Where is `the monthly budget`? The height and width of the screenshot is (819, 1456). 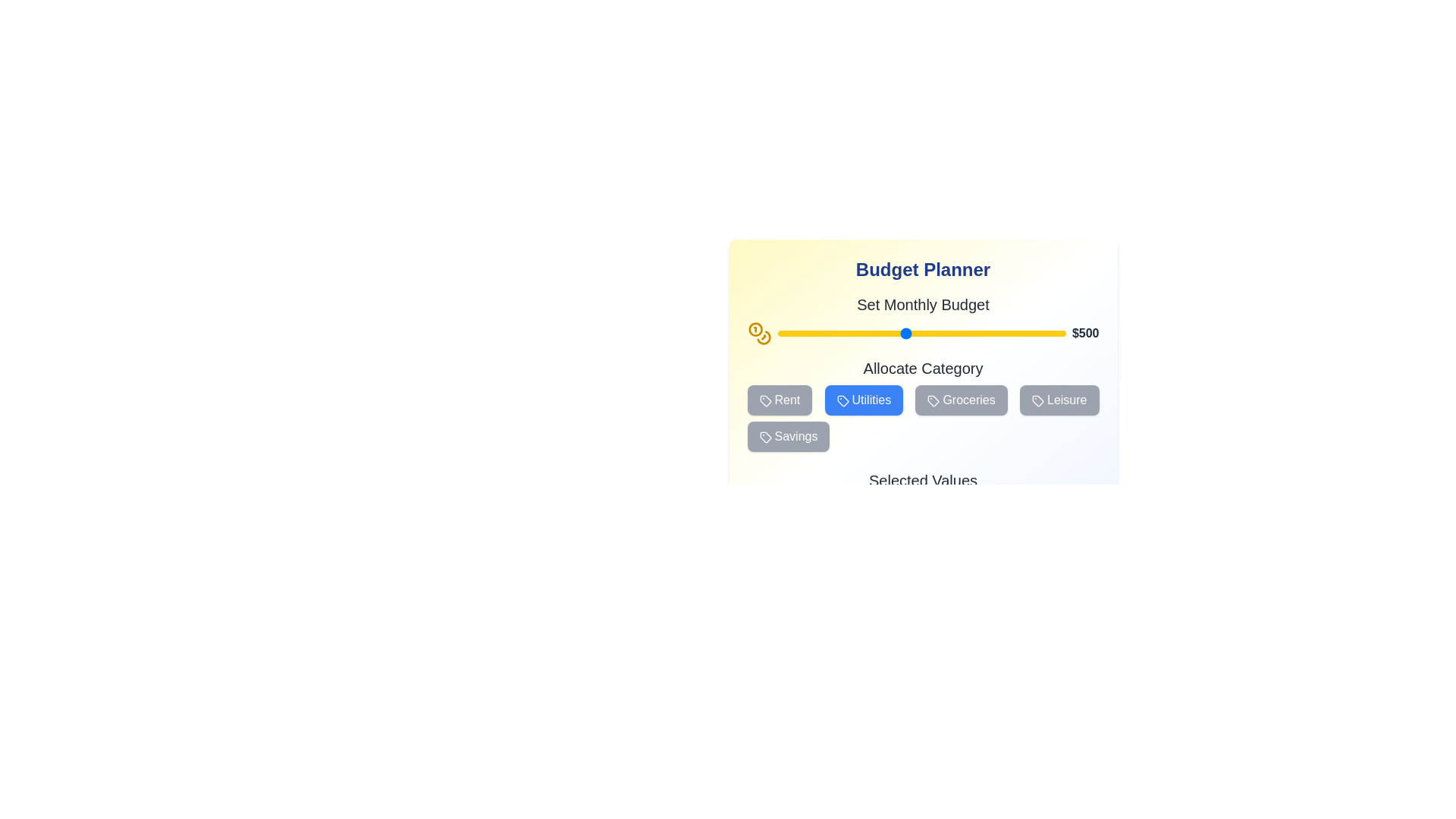 the monthly budget is located at coordinates (1024, 332).